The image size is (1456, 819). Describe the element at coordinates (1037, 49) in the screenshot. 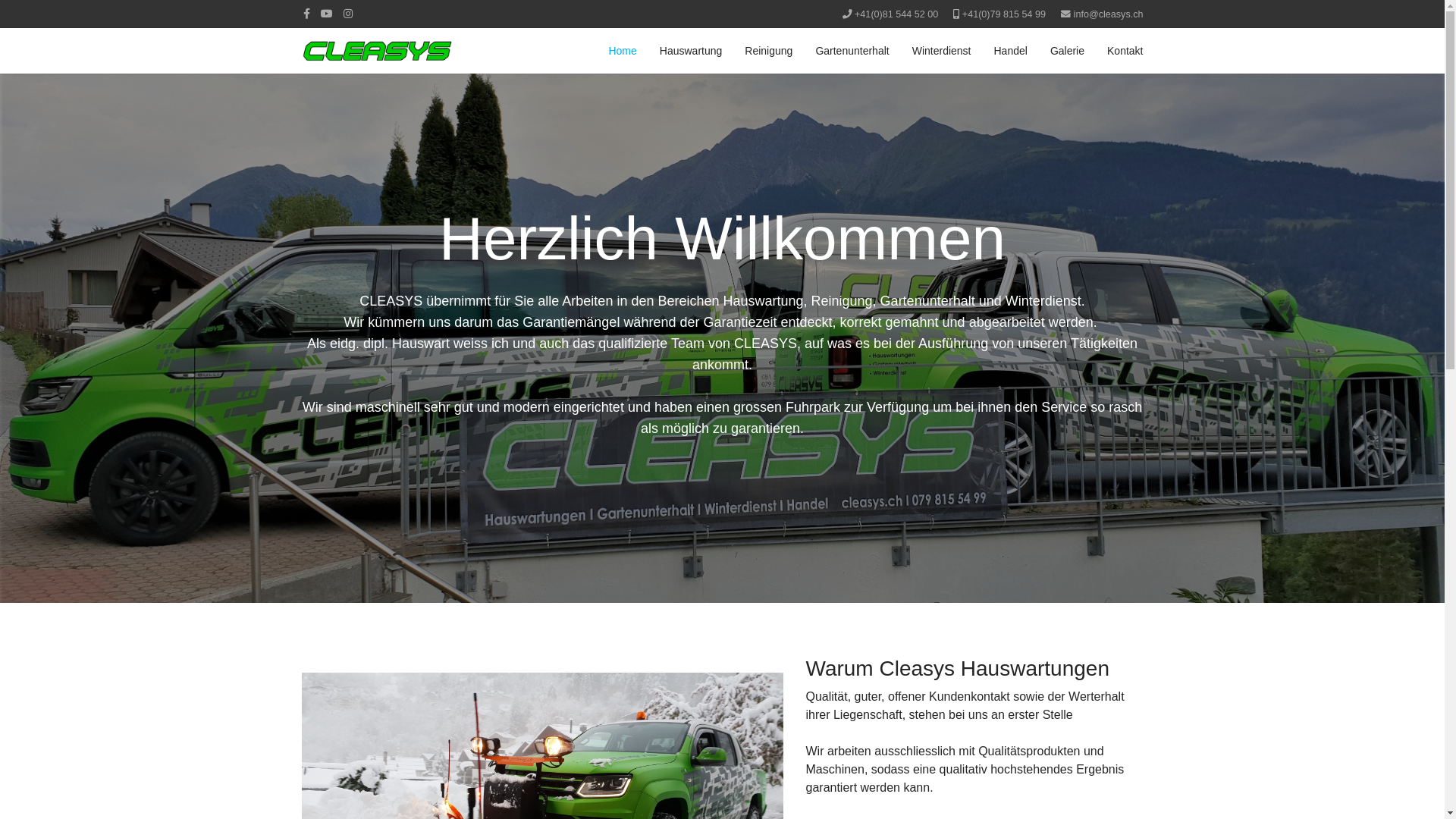

I see `'Galerie'` at that location.